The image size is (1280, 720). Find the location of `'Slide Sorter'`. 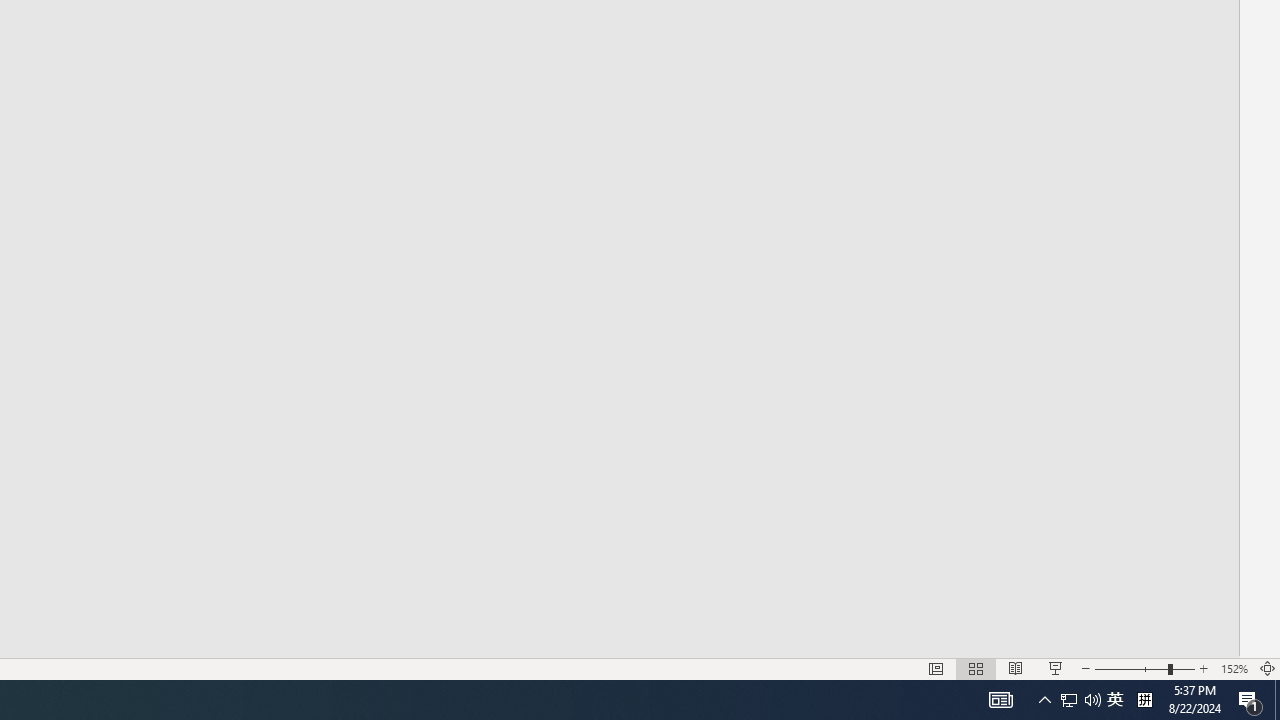

'Slide Sorter' is located at coordinates (976, 669).